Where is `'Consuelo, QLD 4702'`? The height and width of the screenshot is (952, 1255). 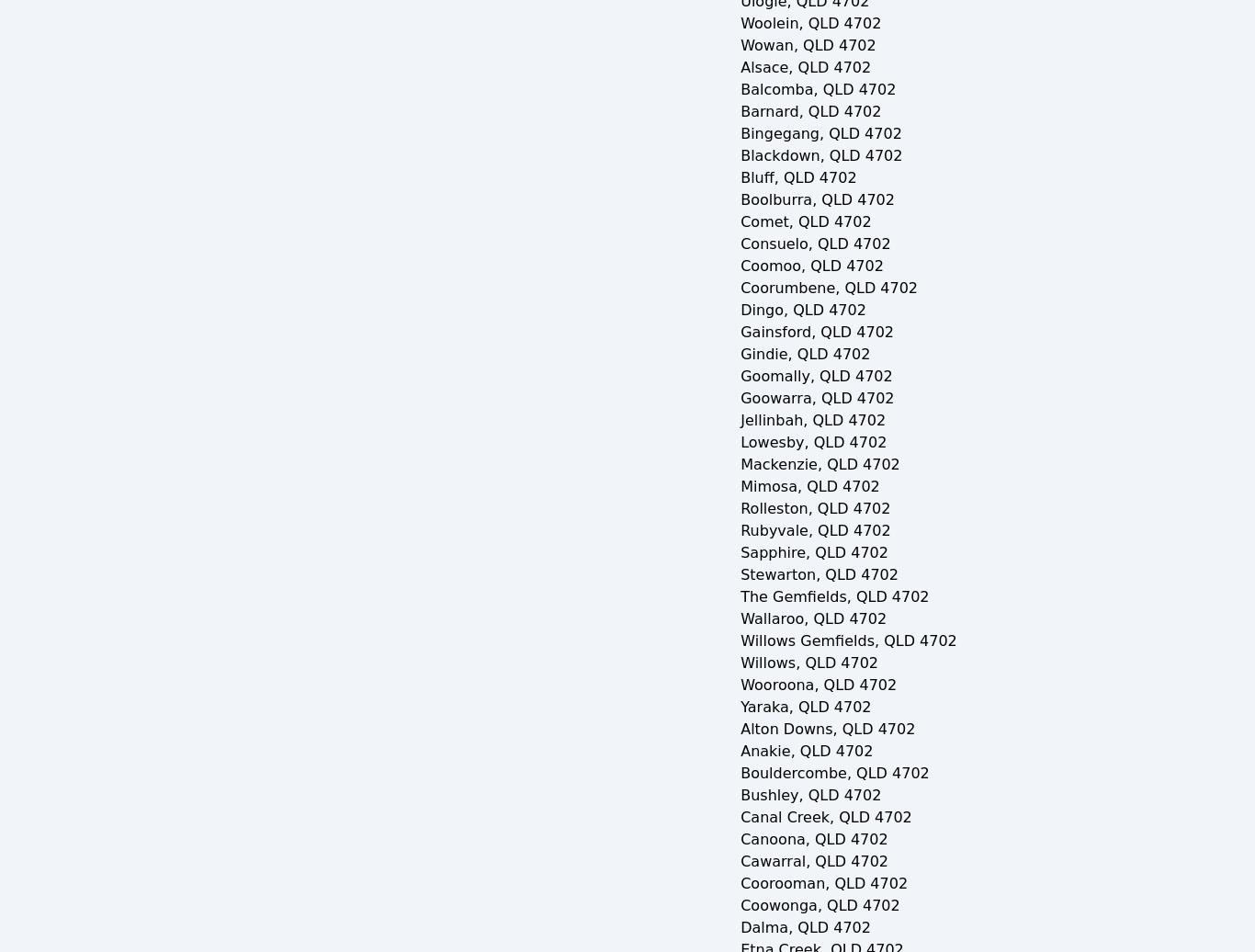 'Consuelo, QLD 4702' is located at coordinates (814, 244).